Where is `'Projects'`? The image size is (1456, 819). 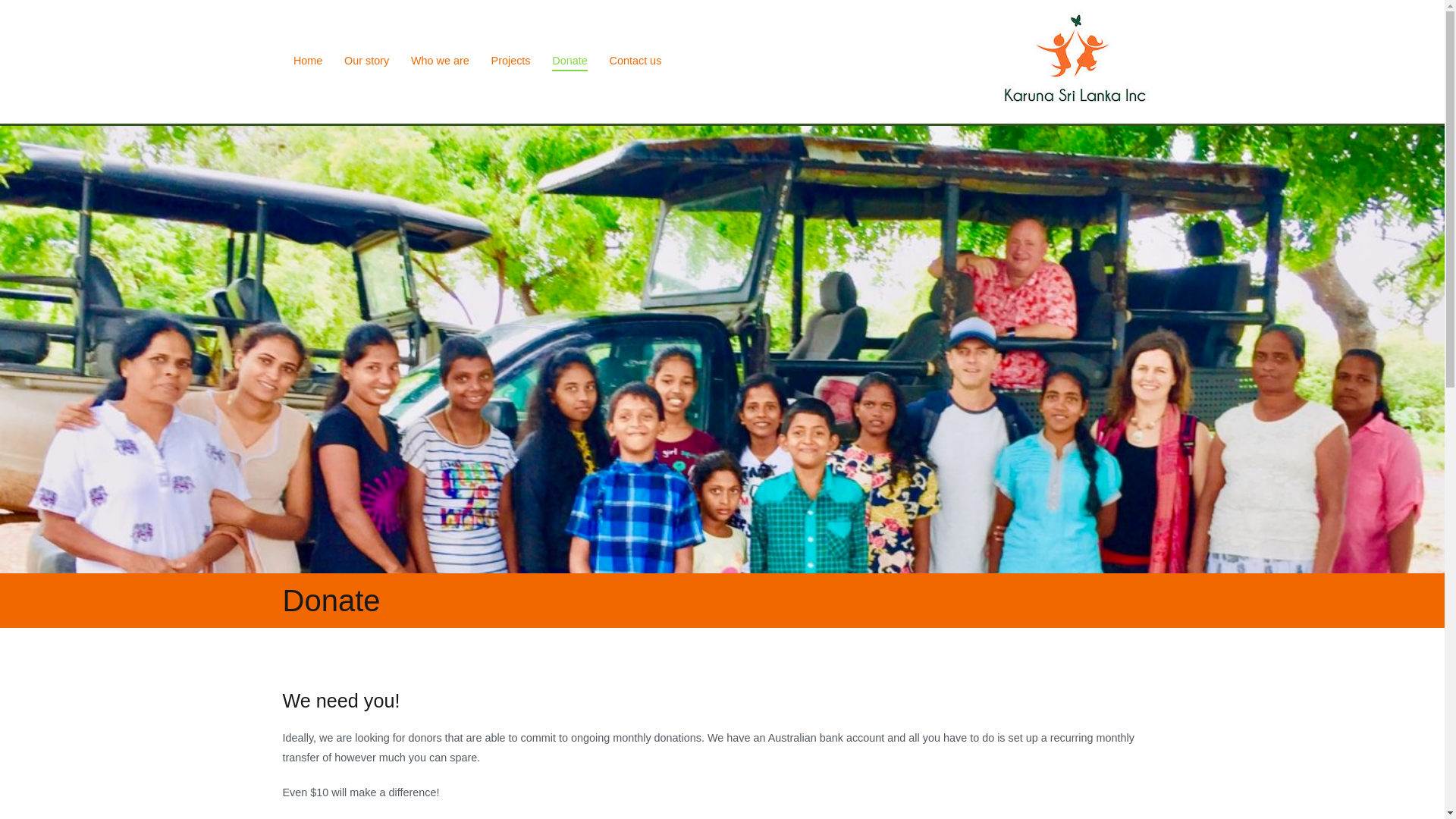
'Projects' is located at coordinates (510, 61).